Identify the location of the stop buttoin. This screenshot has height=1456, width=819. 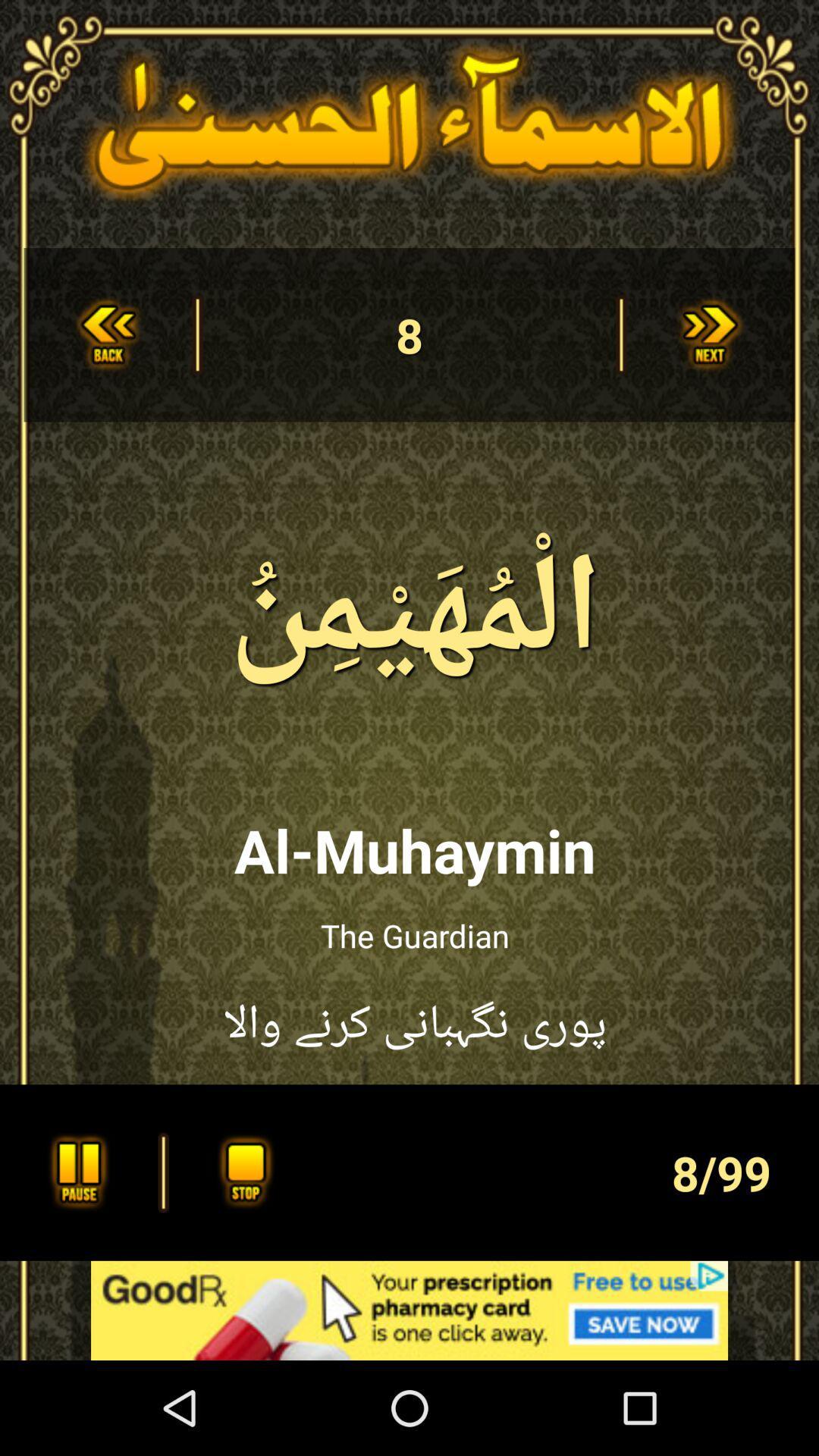
(241, 1172).